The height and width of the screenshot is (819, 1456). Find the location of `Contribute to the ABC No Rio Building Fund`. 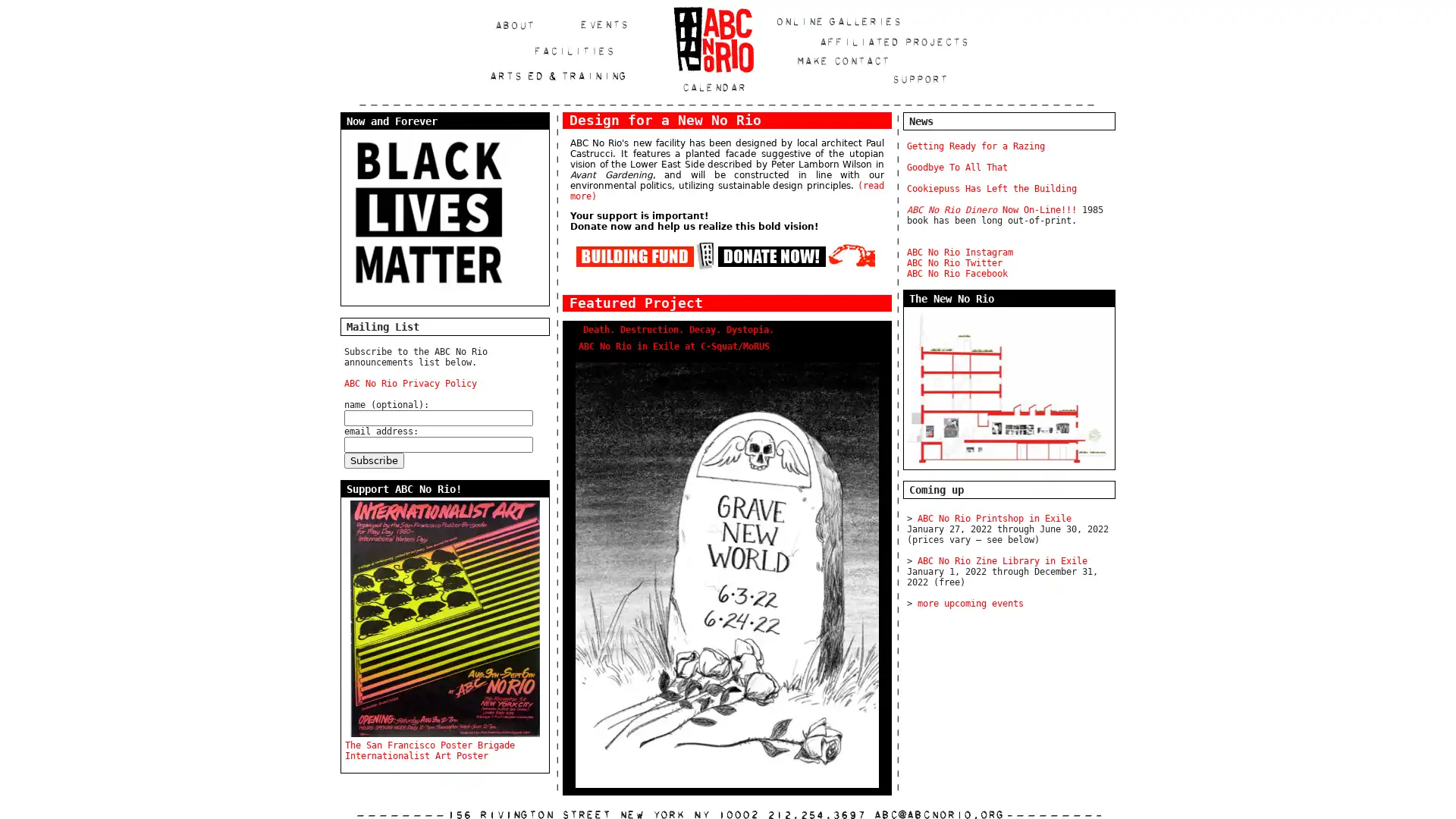

Contribute to the ABC No Rio Building Fund is located at coordinates (723, 256).